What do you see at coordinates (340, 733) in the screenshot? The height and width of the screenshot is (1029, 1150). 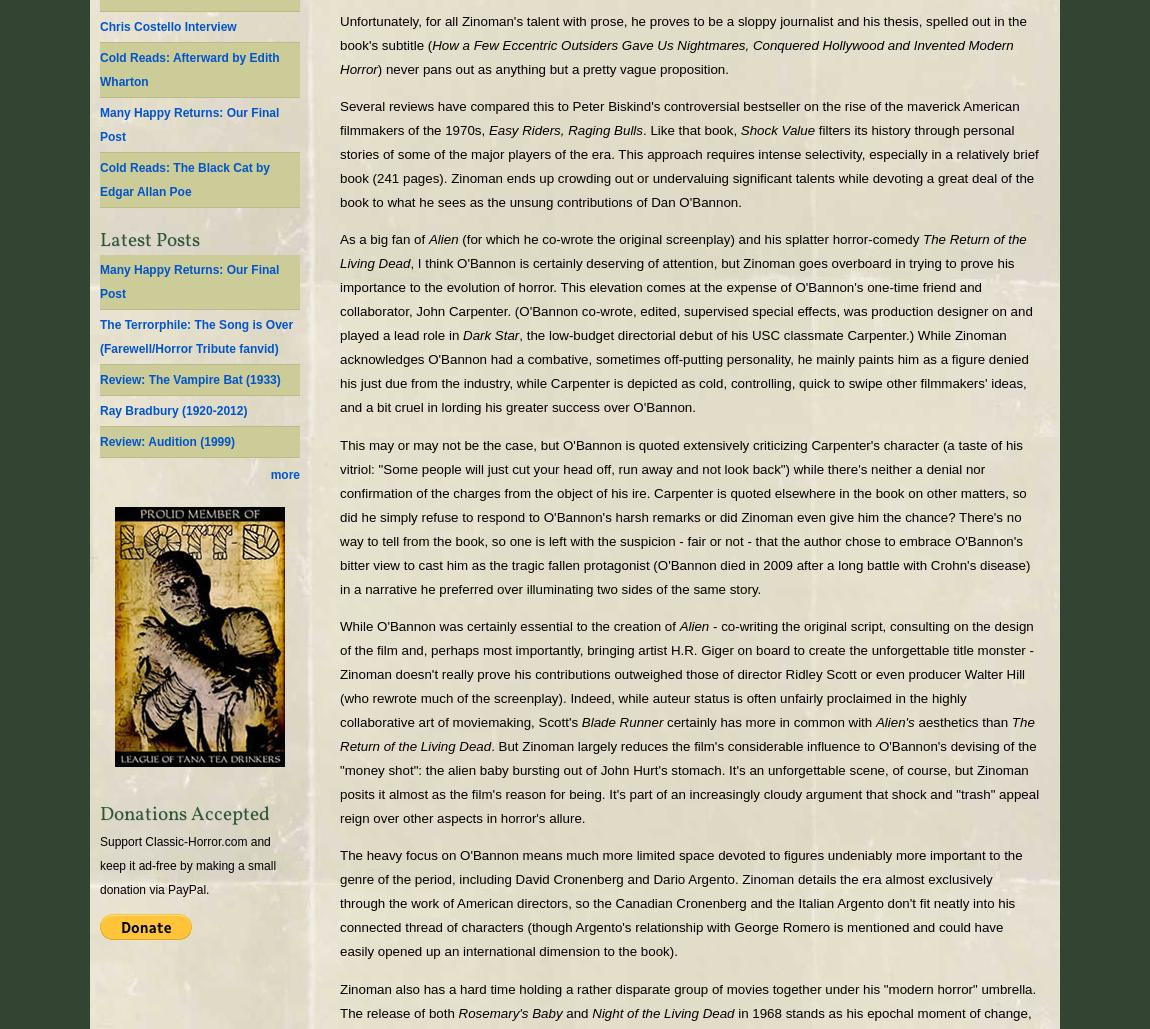 I see `'The Return of the Living Dead'` at bounding box center [340, 733].